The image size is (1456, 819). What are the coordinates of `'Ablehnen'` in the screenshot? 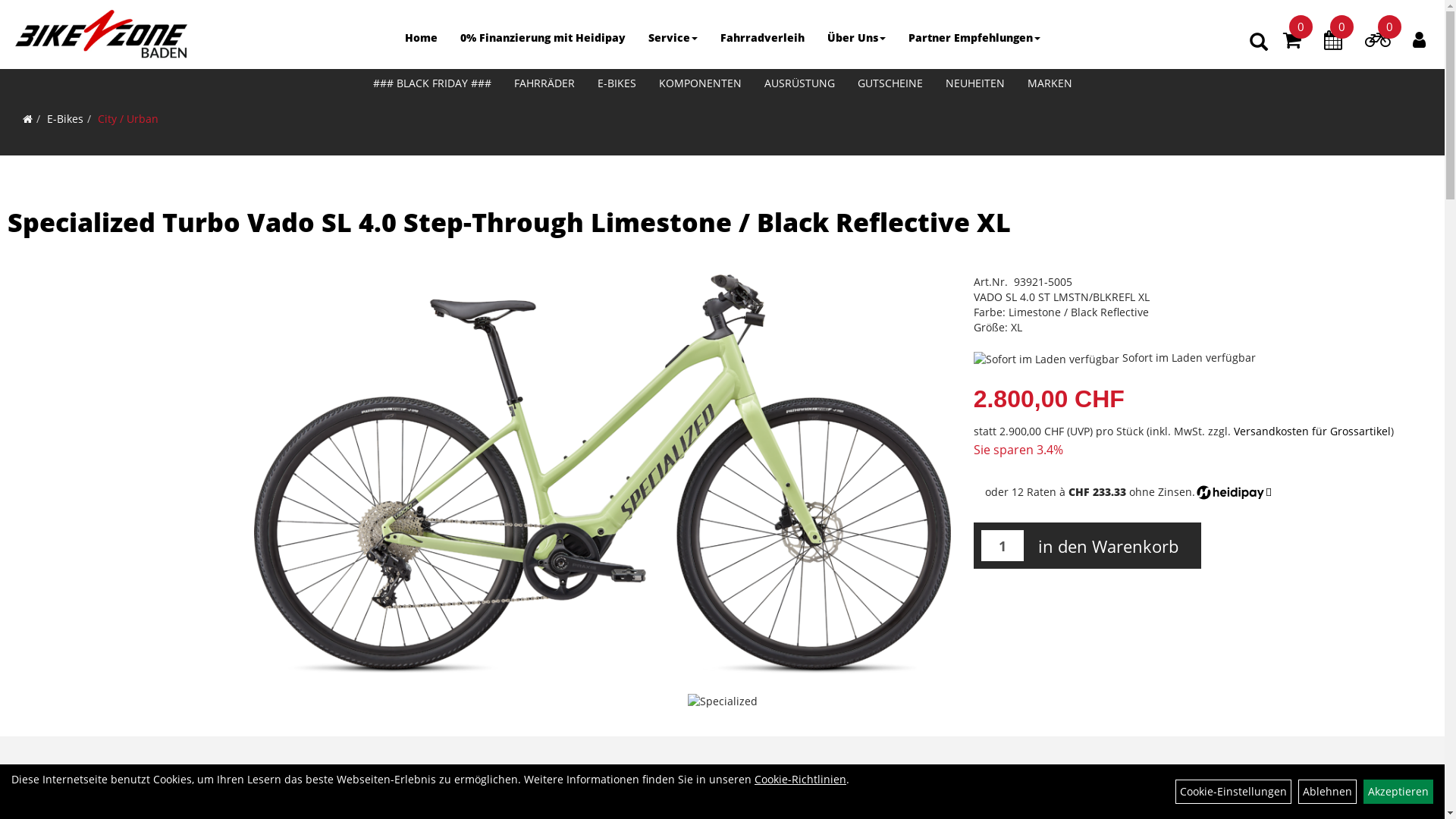 It's located at (1326, 791).